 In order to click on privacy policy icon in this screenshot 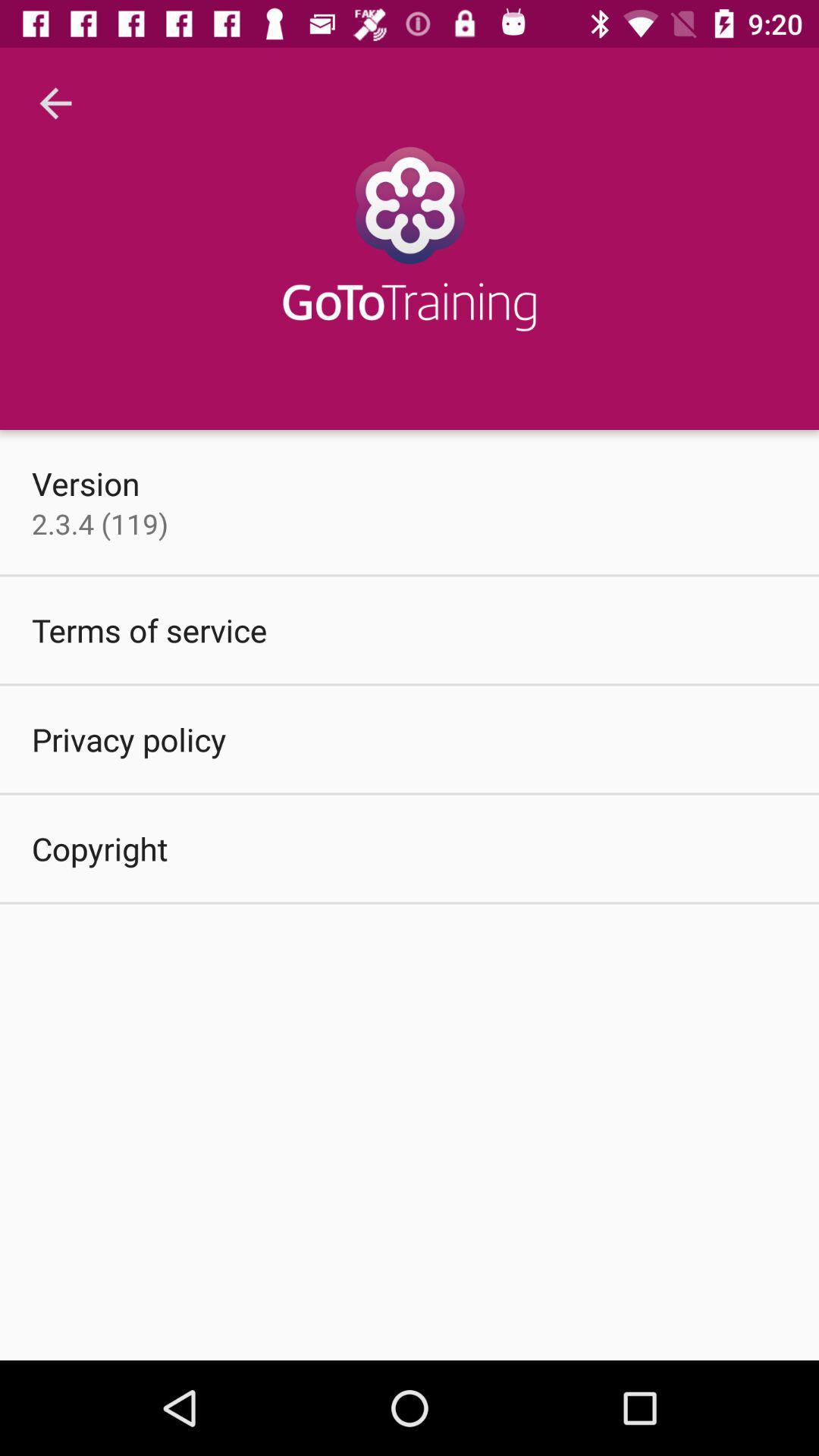, I will do `click(128, 739)`.